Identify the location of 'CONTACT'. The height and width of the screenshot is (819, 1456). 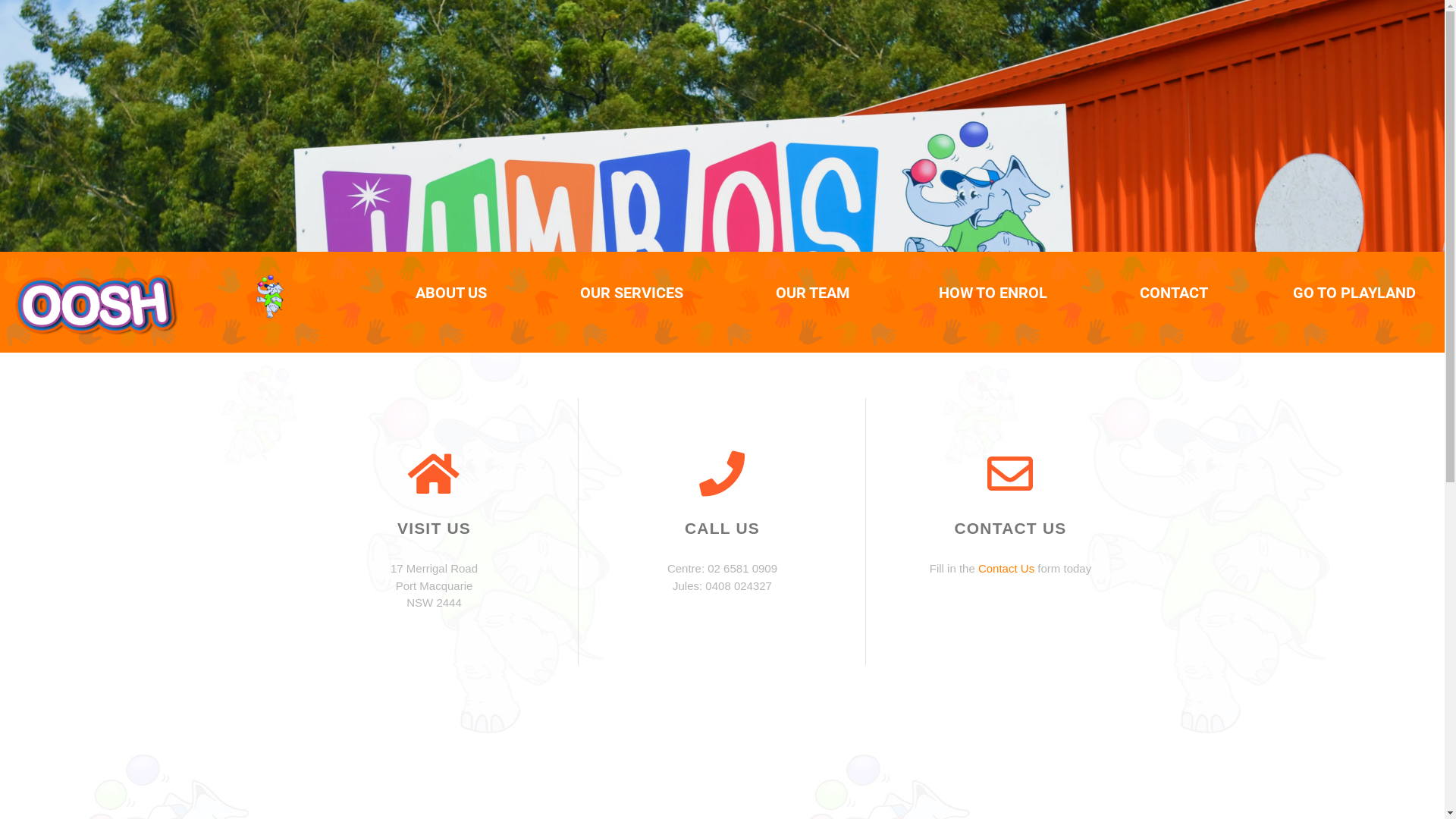
(1173, 292).